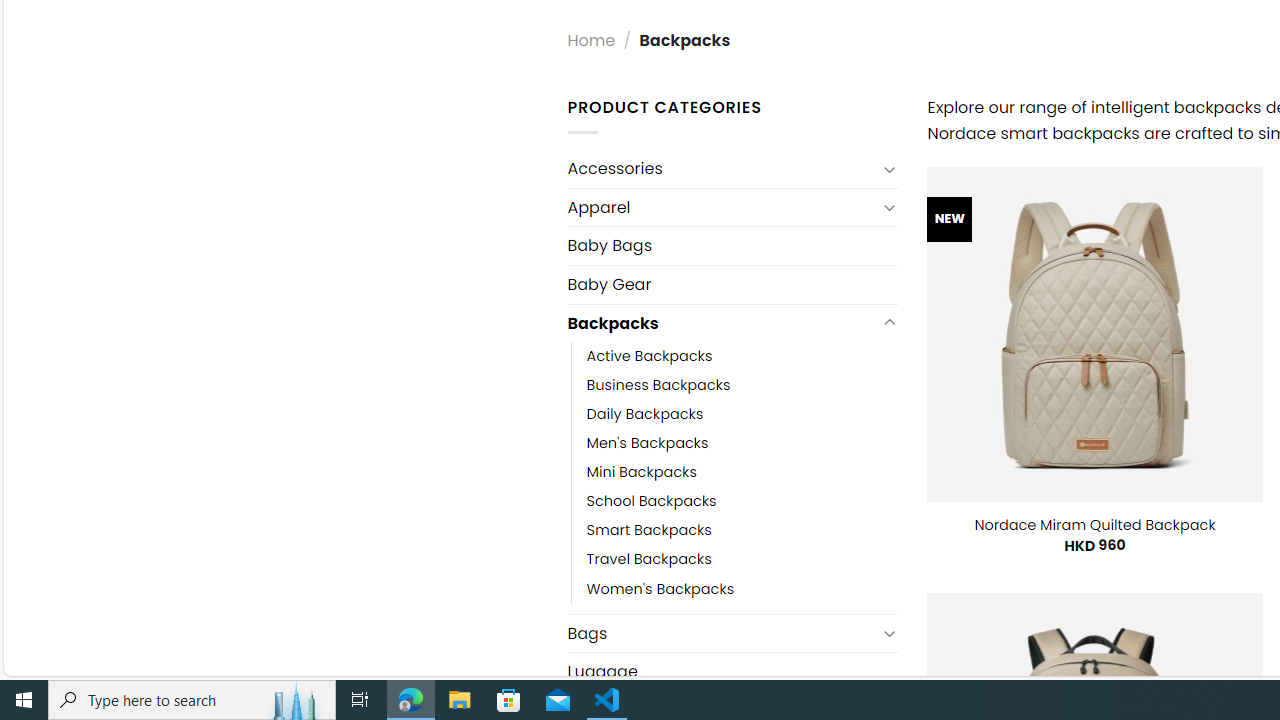 This screenshot has width=1280, height=720. What do you see at coordinates (720, 633) in the screenshot?
I see `'Bags'` at bounding box center [720, 633].